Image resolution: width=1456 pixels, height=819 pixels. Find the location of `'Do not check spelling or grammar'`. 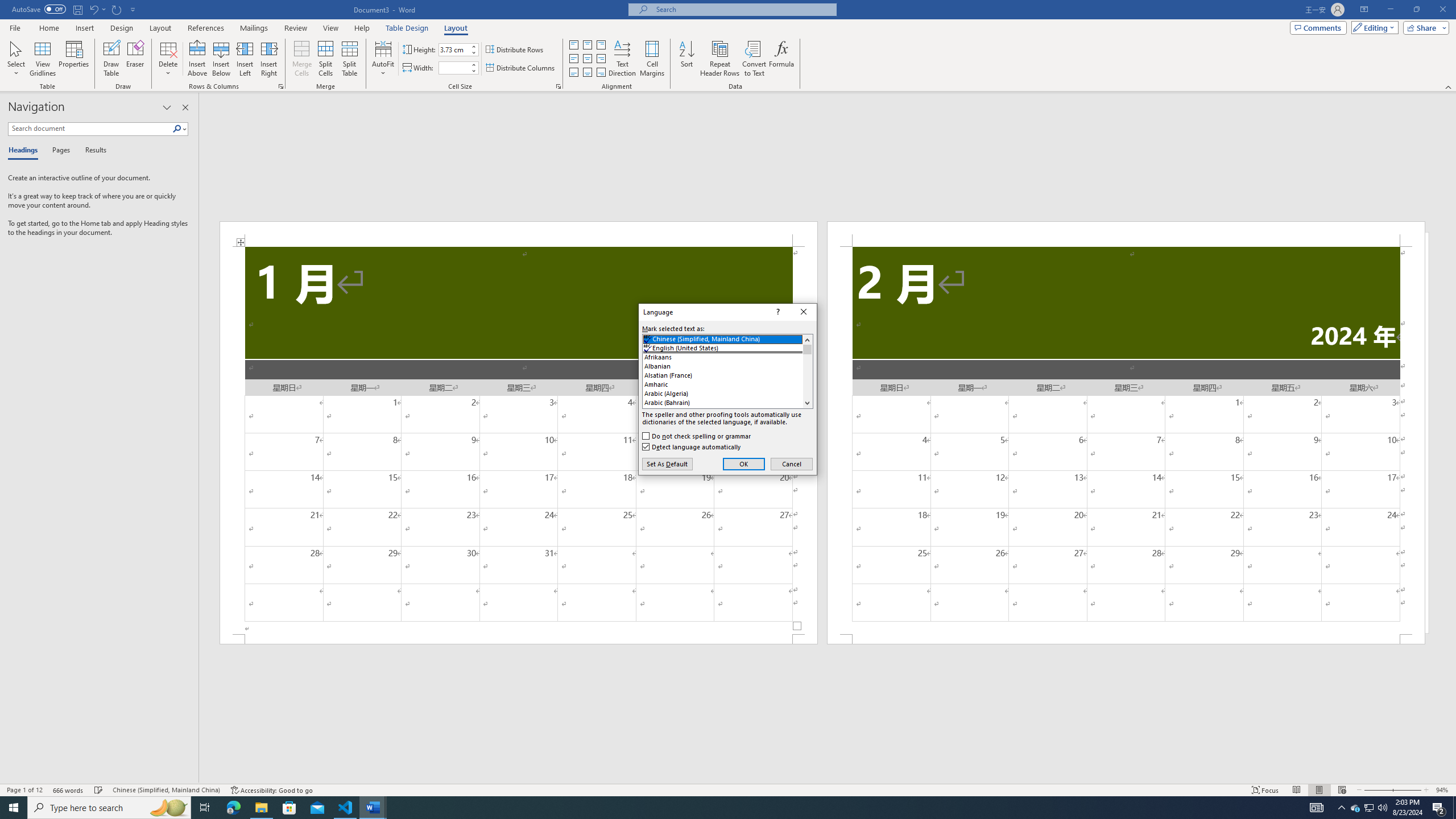

'Do not check spelling or grammar' is located at coordinates (697, 435).